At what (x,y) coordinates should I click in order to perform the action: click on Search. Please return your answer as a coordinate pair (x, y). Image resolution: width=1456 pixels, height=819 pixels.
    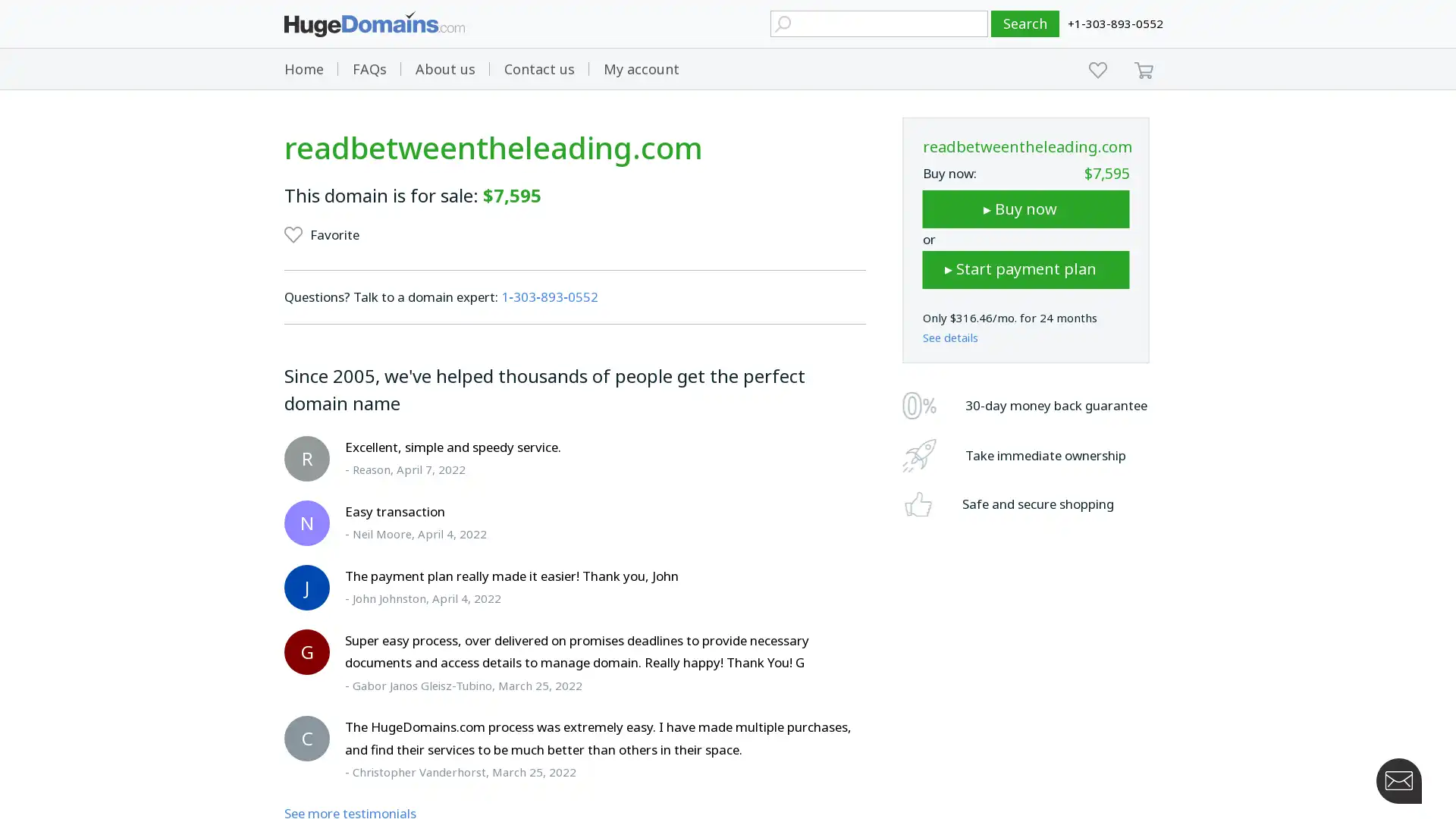
    Looking at the image, I should click on (1025, 24).